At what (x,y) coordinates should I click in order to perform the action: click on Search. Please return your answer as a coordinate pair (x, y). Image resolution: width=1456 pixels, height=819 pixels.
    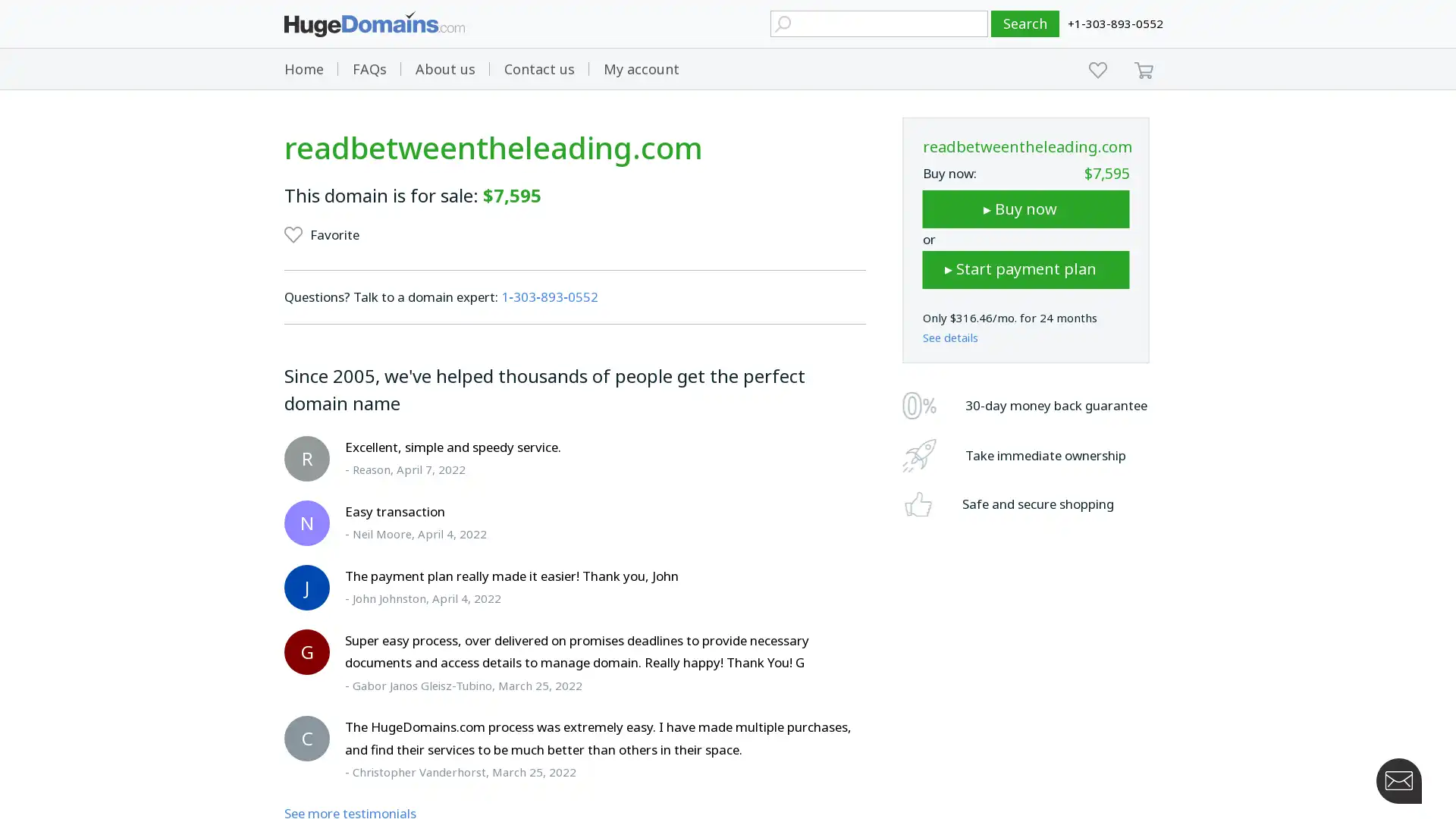
    Looking at the image, I should click on (1025, 24).